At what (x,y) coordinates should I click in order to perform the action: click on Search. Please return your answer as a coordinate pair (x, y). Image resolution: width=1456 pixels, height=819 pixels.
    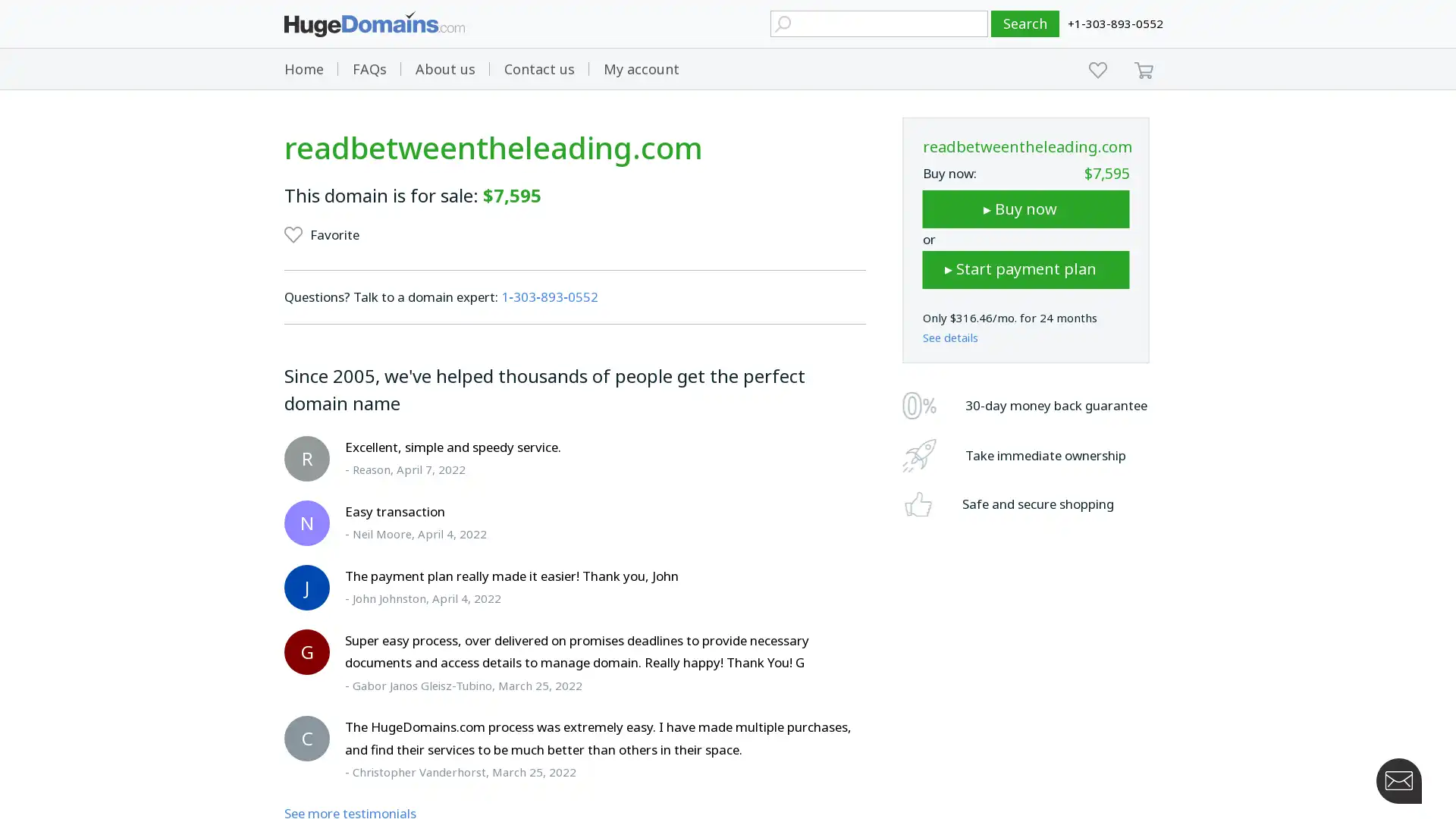
    Looking at the image, I should click on (1025, 24).